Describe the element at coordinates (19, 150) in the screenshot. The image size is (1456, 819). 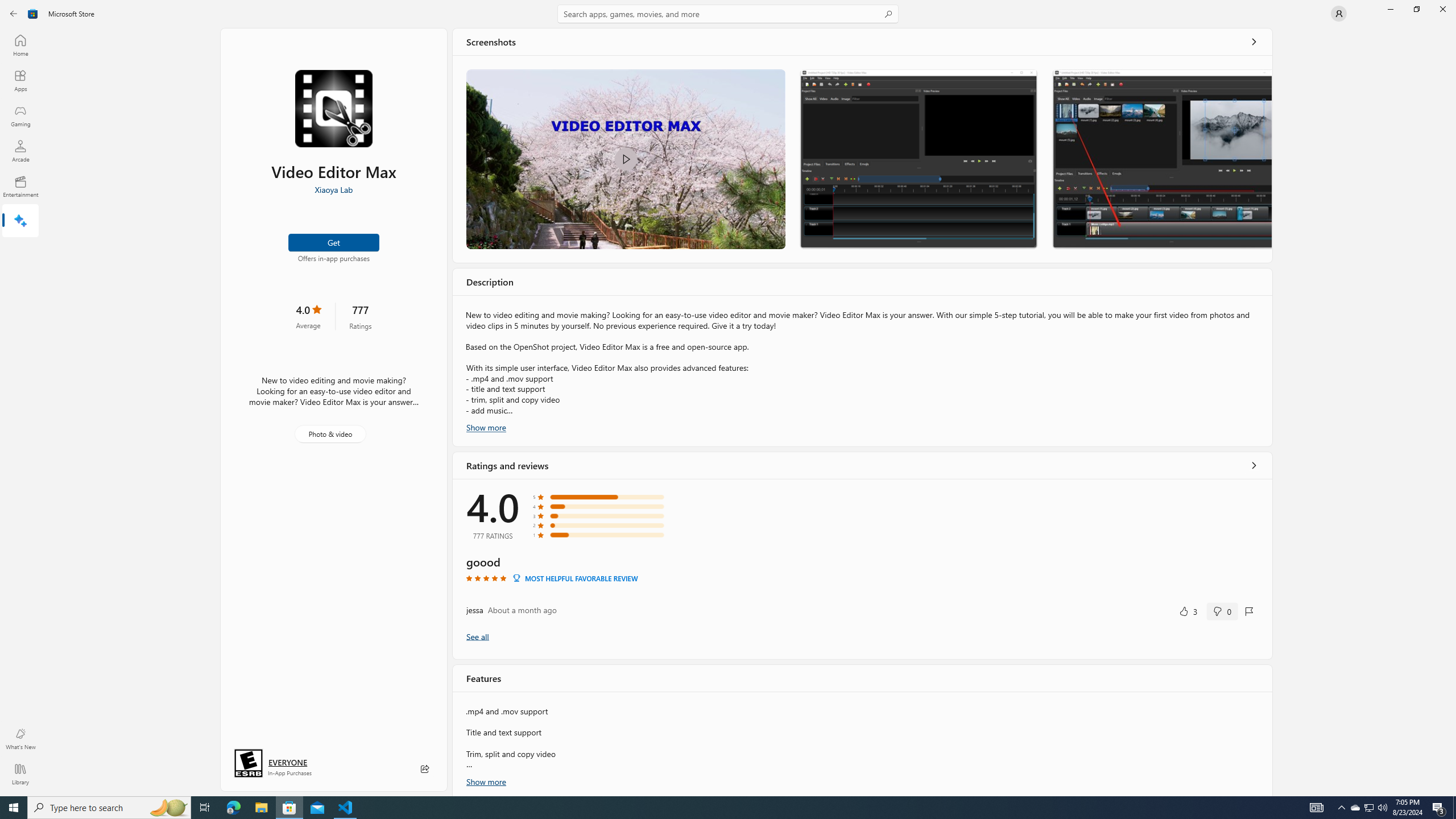
I see `'Arcade'` at that location.